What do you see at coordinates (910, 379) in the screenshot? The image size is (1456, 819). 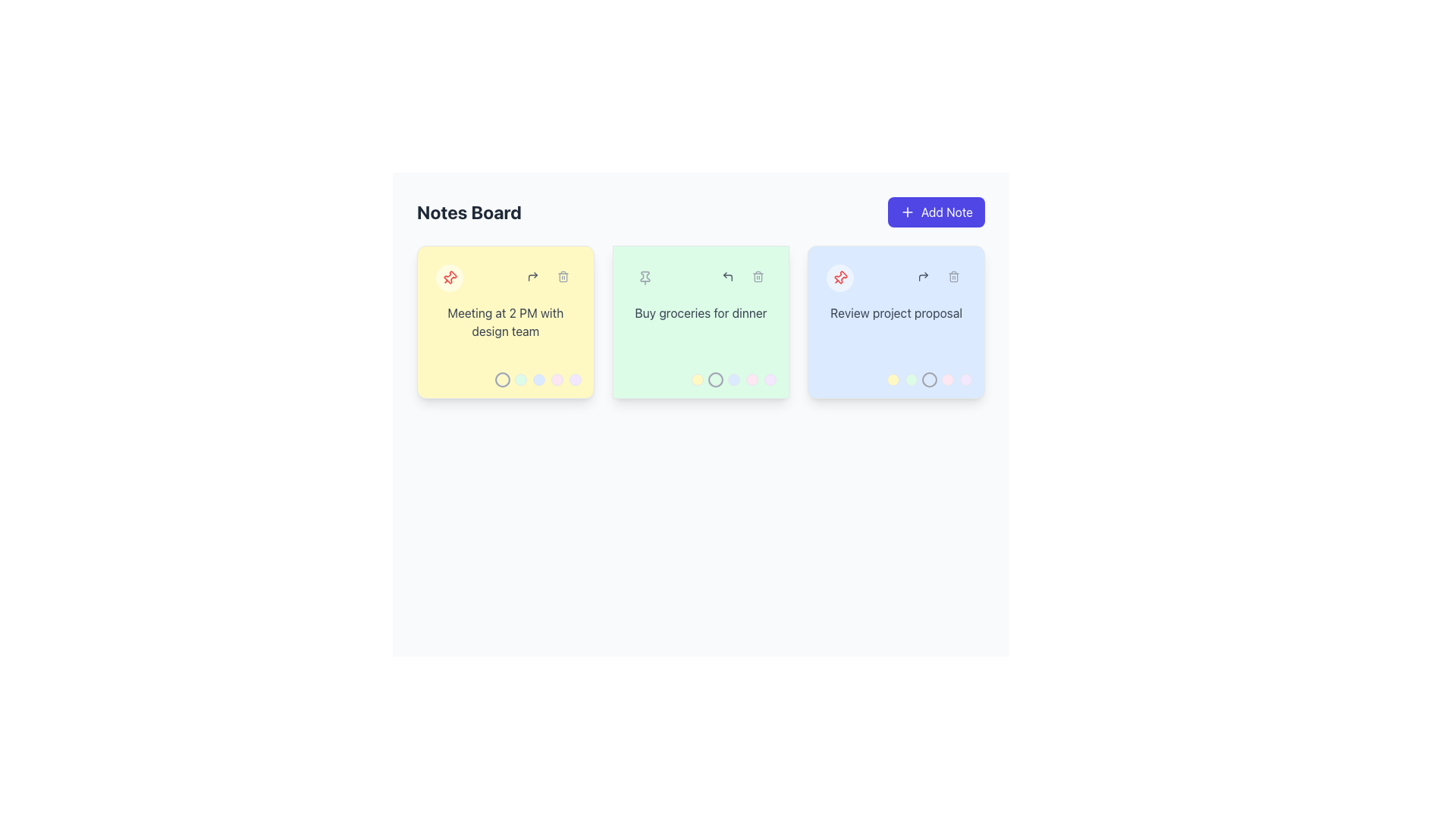 I see `the circular button with a green background and gray border, which is the second circle from the left in a row of five circles at the bottom right corner of the third card titled 'Review project proposal'` at bounding box center [910, 379].